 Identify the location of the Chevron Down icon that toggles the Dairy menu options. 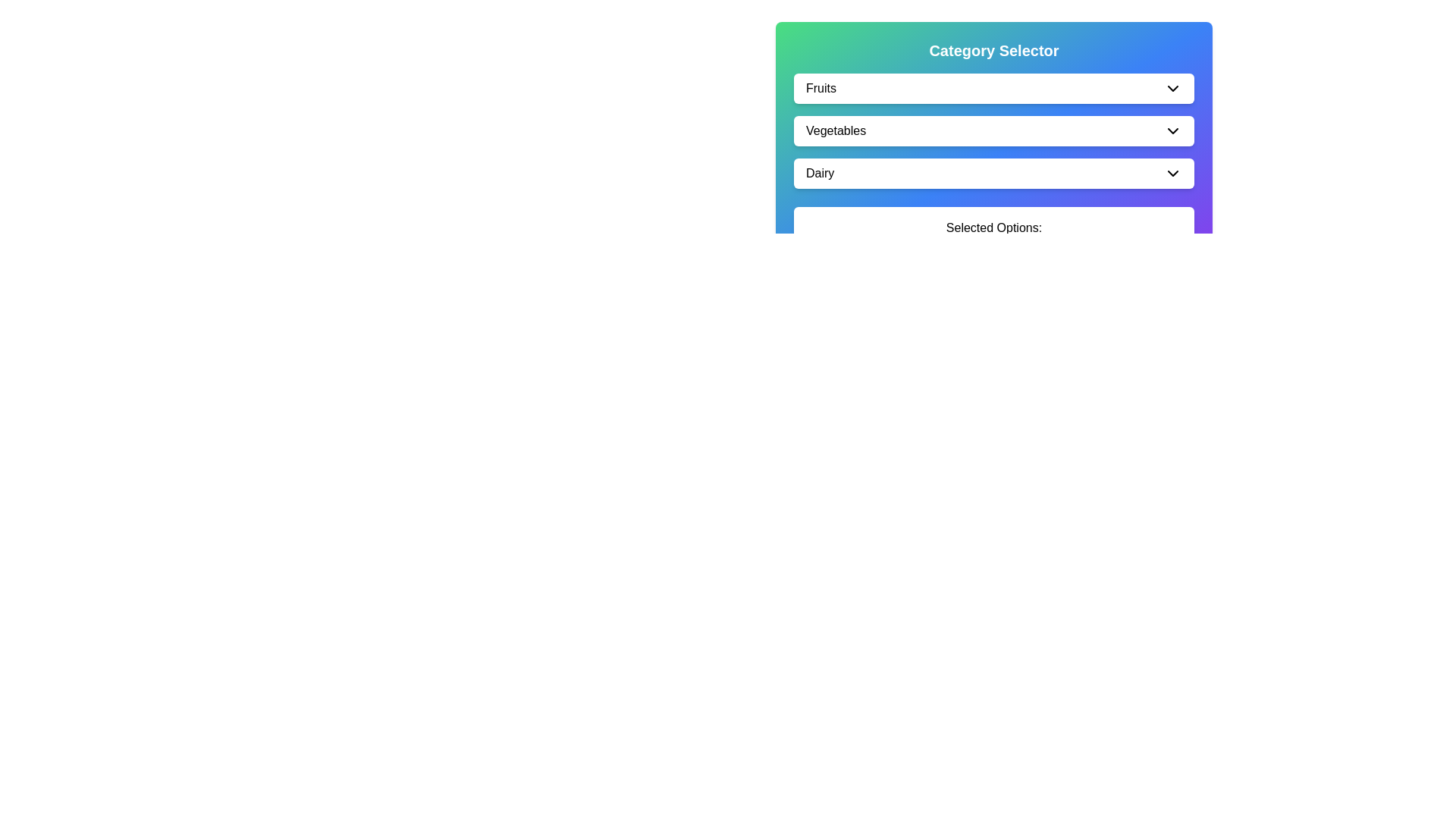
(1172, 172).